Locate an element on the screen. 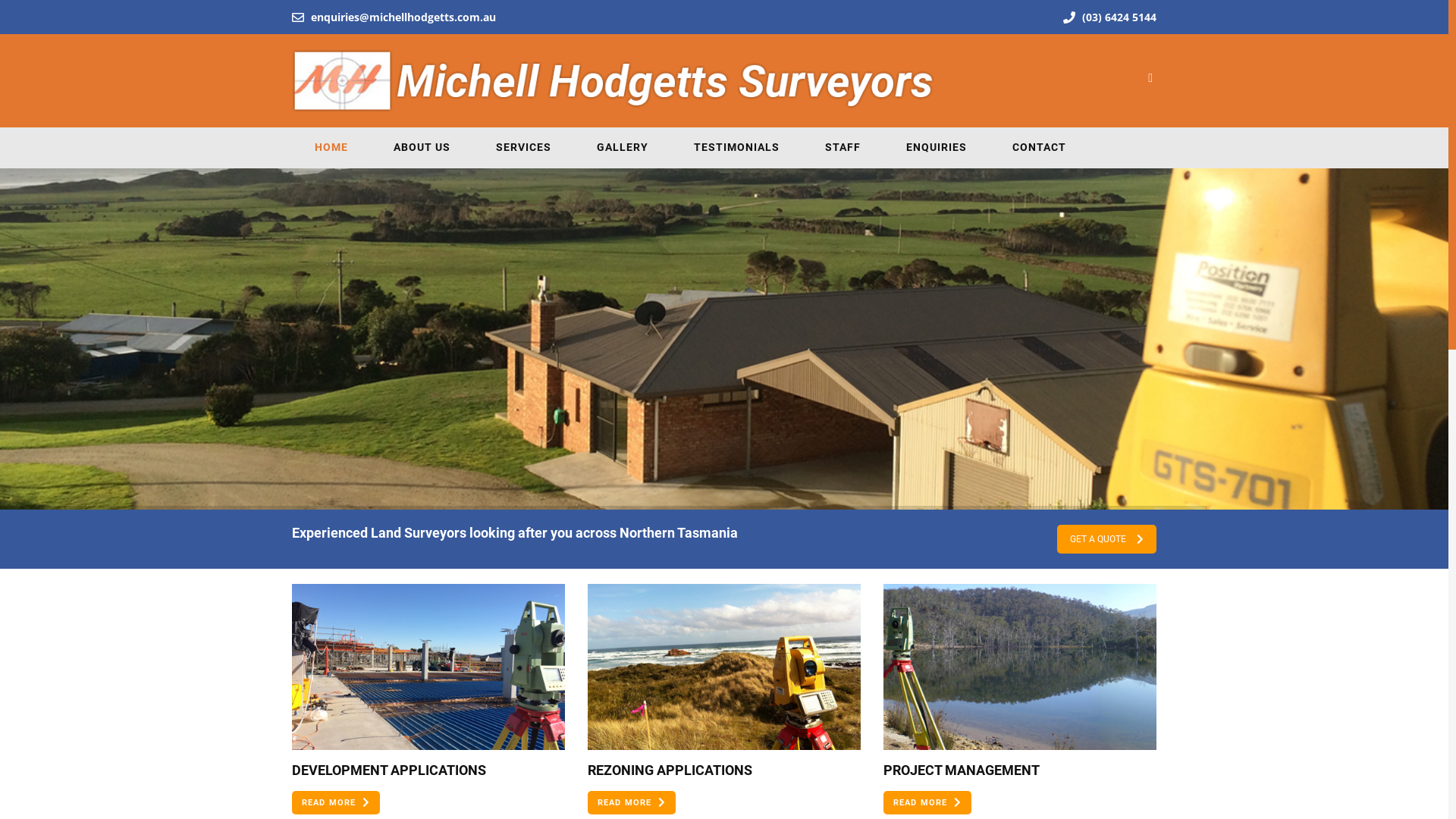 This screenshot has height=819, width=1456. 'GET A QUOTE' is located at coordinates (1106, 538).